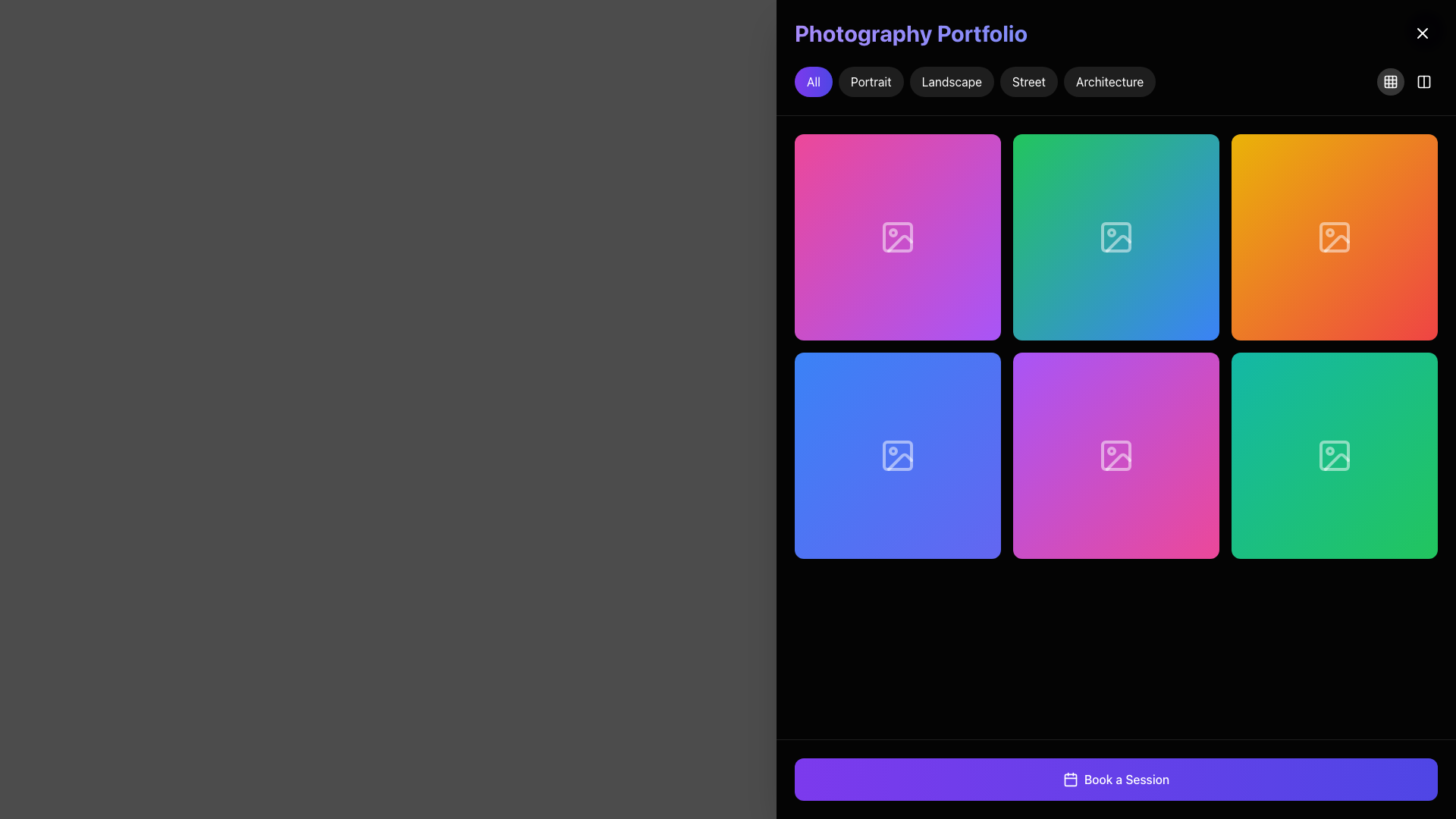  I want to click on the Interactive visual tile with a gradient background transitioning from purple to pink, featuring a white outline photo frame icon at its center, located in the second row and middle column of the grid, so click(1116, 455).